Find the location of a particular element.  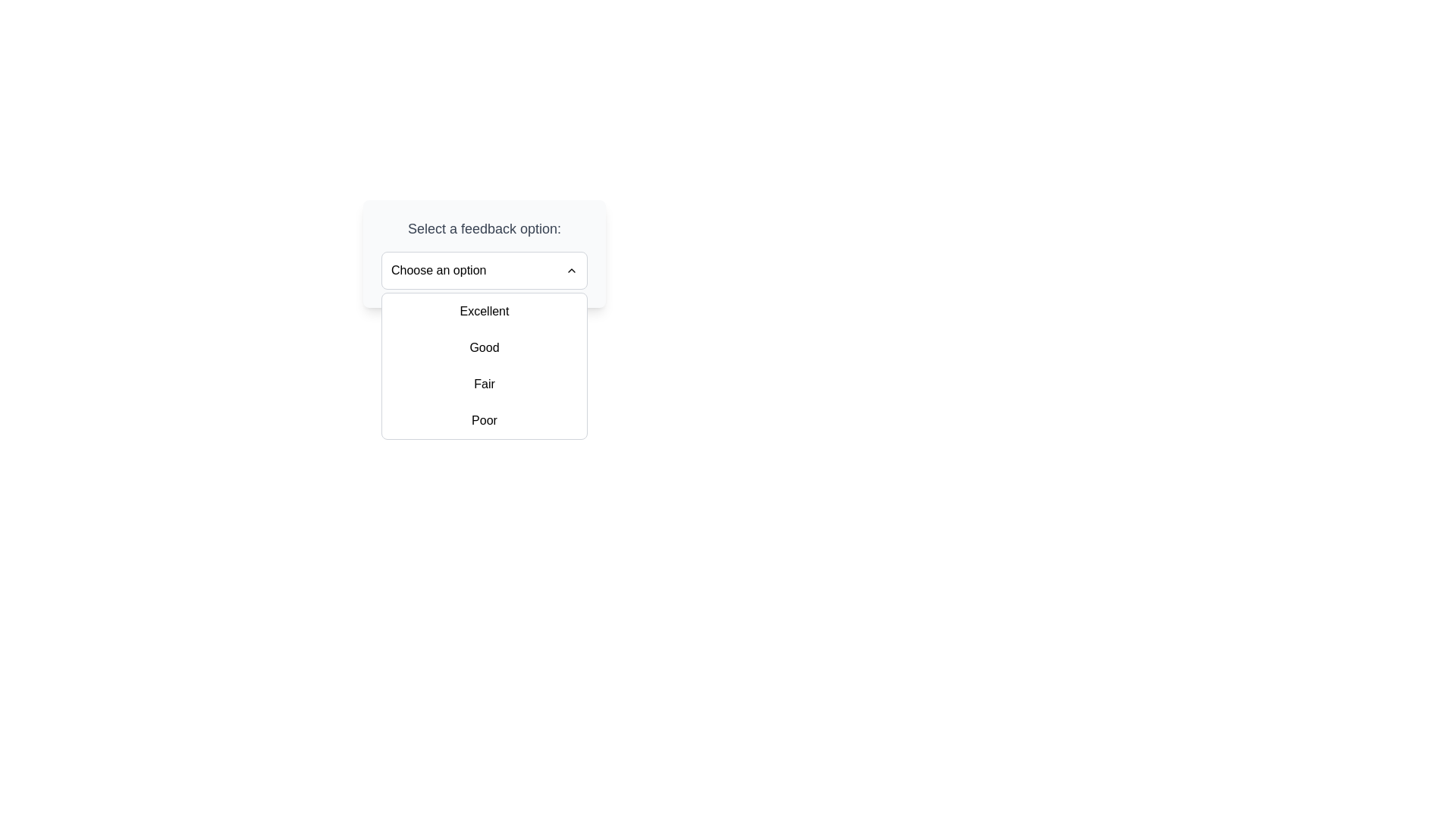

the 'Good' option in the dropdown menu, which is the second item below 'Excellent' and above 'Fair' is located at coordinates (483, 348).